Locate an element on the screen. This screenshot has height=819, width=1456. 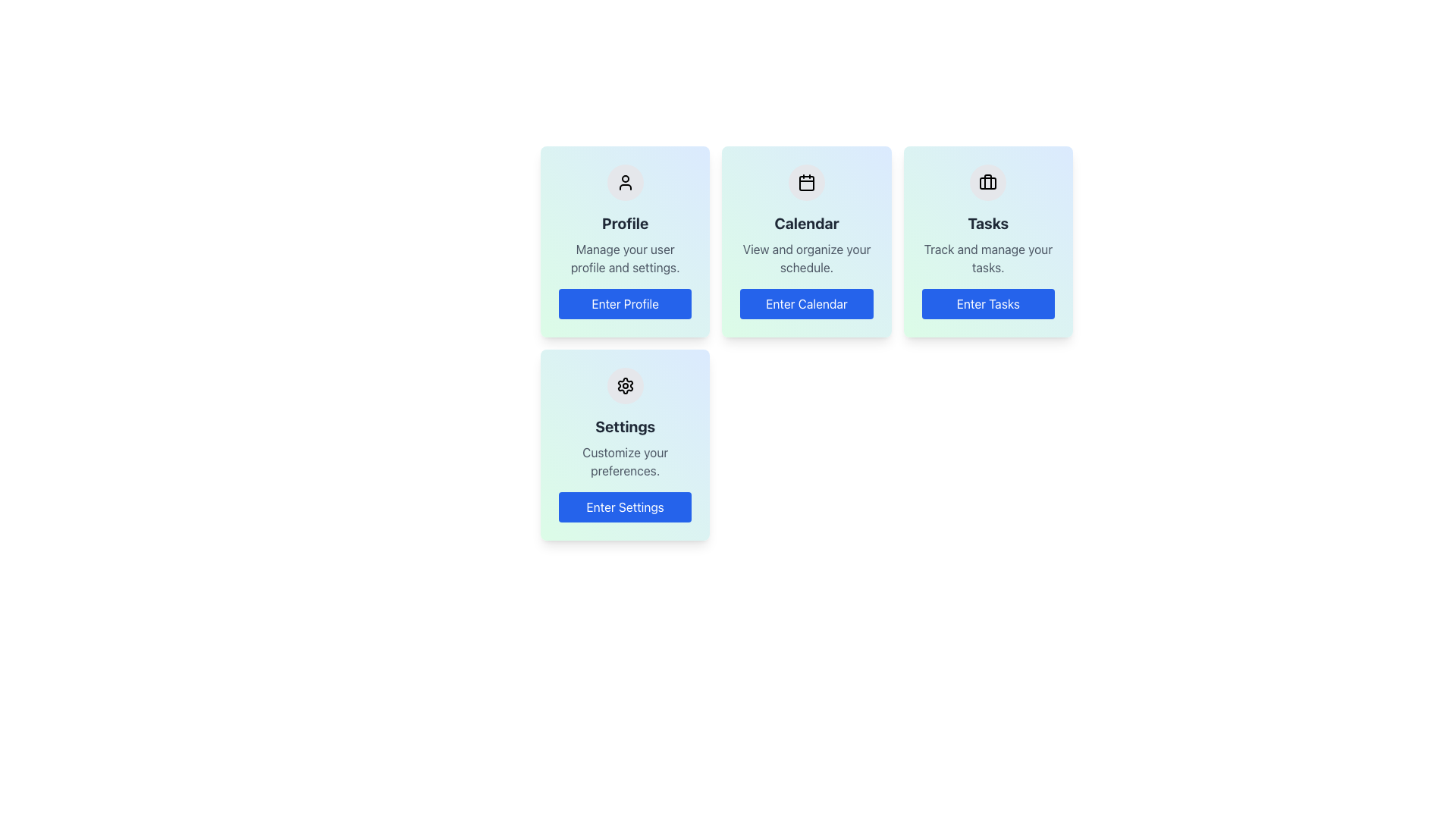
the SVG icon styled as a user figure located in the top-left card of a grid, which represents the user profile section is located at coordinates (625, 181).